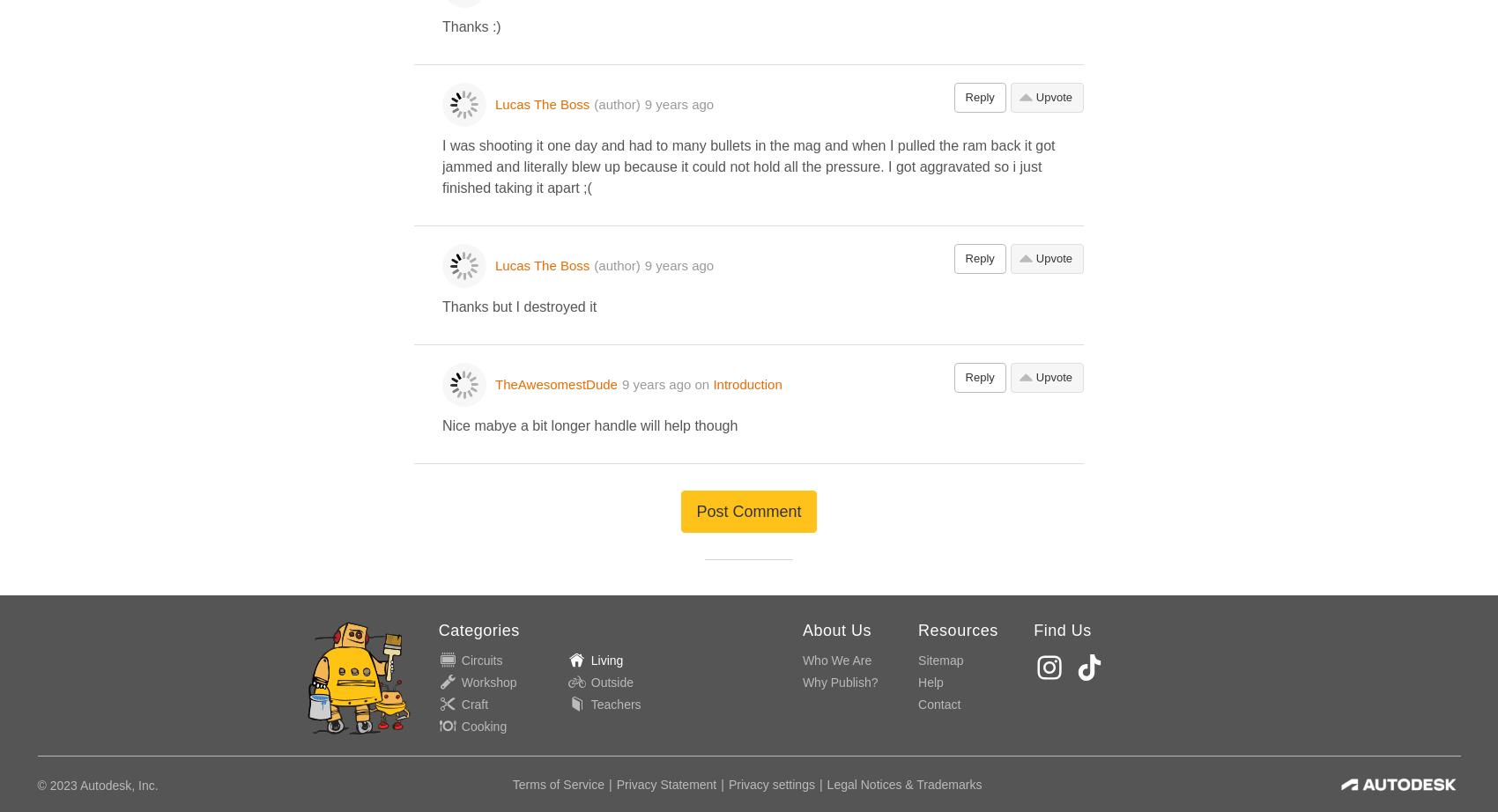  Describe the element at coordinates (511, 784) in the screenshot. I see `'Terms of Service'` at that location.